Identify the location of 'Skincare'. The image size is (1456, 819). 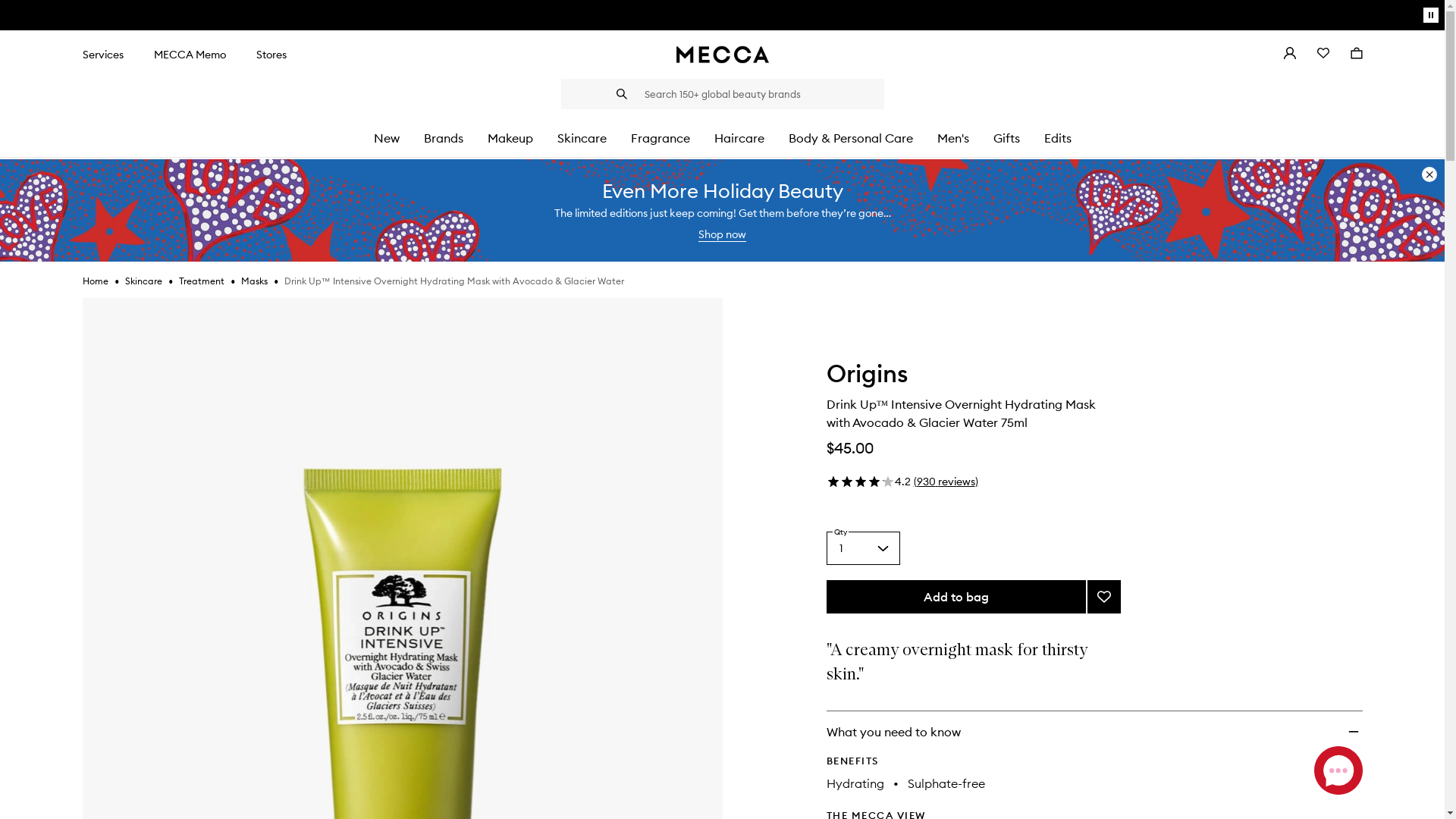
(143, 281).